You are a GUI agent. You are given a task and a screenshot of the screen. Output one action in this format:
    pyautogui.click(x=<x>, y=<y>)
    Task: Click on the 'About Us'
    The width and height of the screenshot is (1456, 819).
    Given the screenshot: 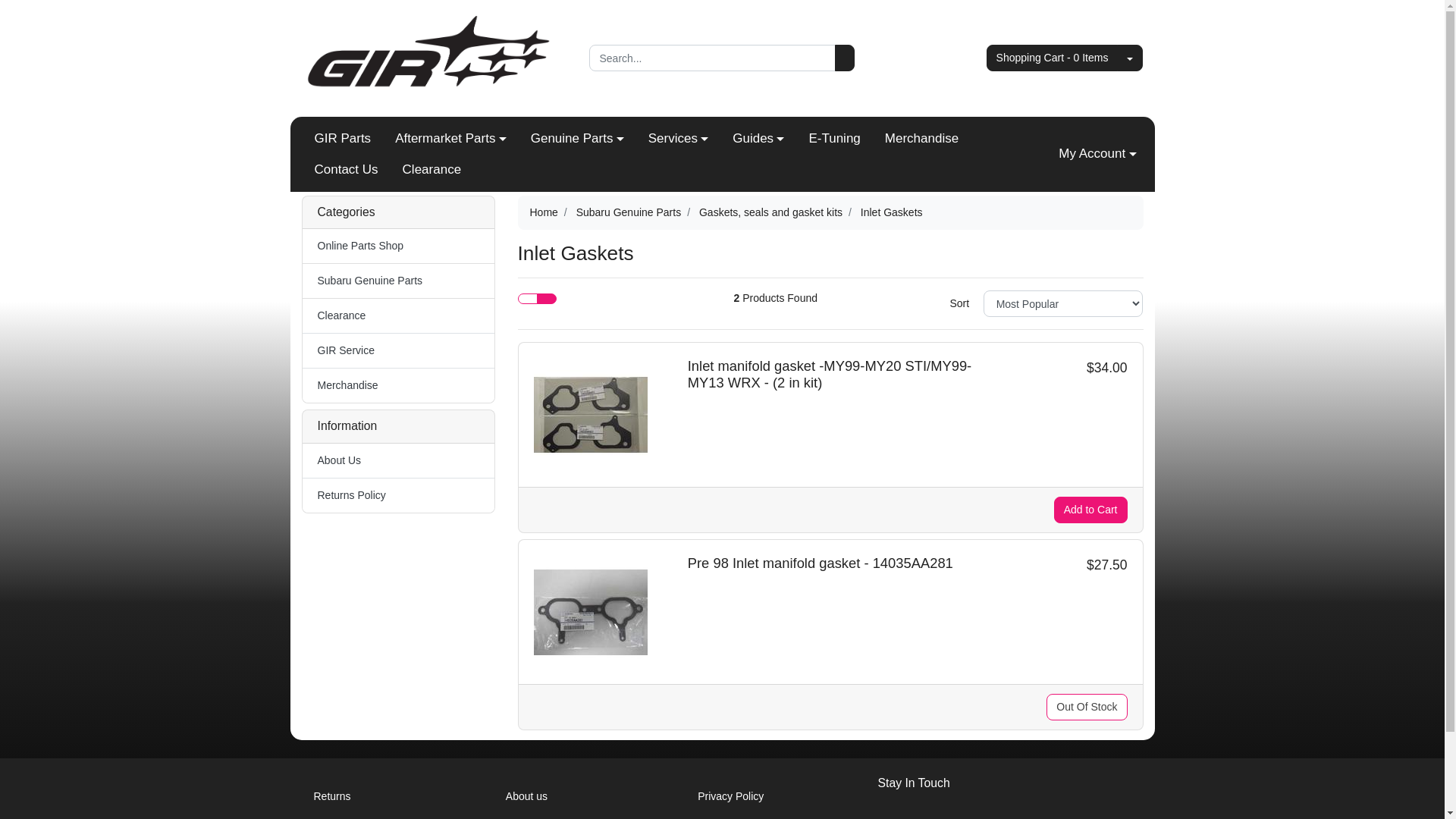 What is the action you would take?
    pyautogui.click(x=302, y=460)
    